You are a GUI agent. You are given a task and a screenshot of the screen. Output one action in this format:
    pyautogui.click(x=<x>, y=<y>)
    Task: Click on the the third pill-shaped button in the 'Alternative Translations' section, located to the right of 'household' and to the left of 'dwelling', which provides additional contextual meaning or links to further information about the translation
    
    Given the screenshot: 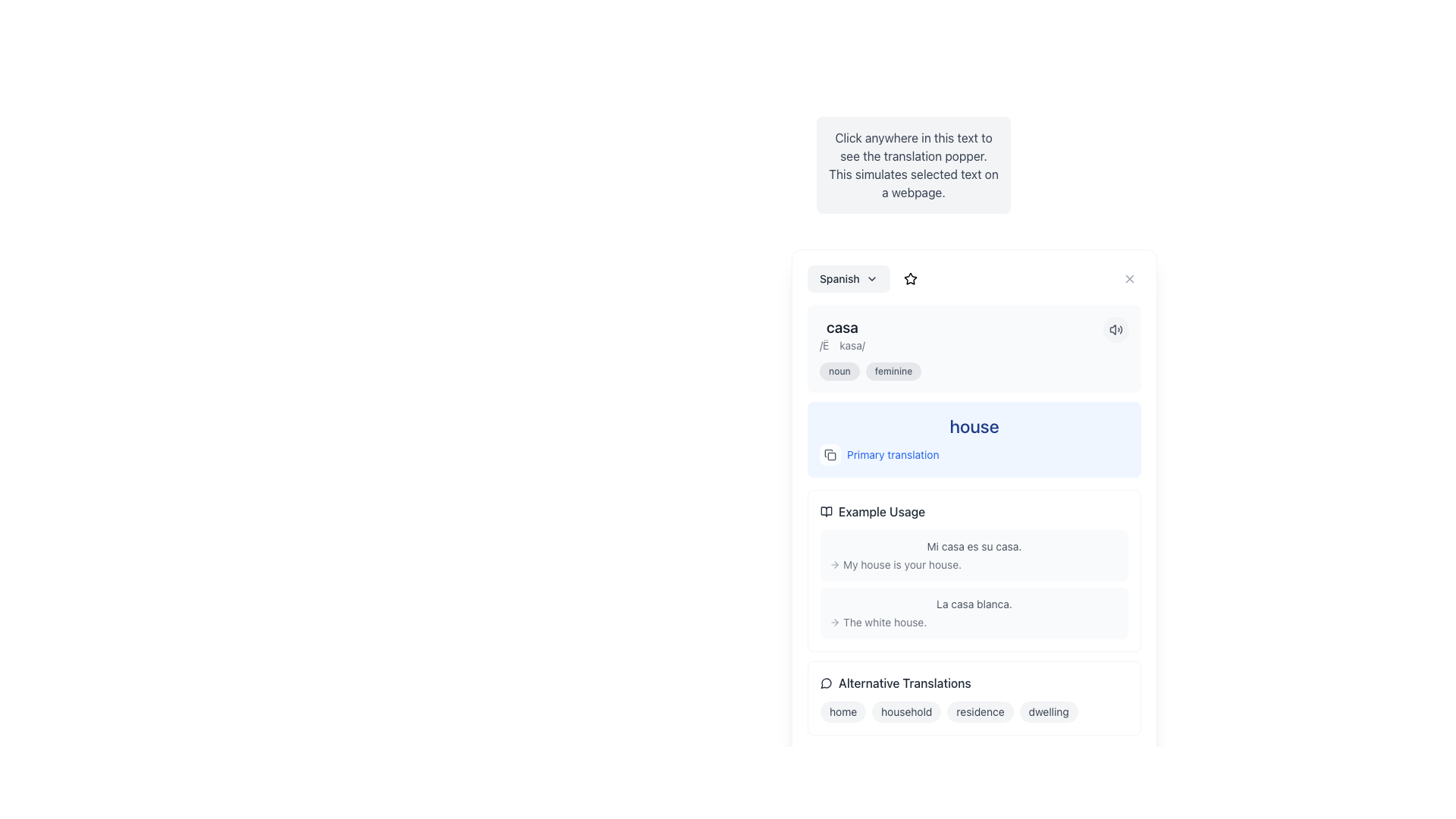 What is the action you would take?
    pyautogui.click(x=980, y=711)
    